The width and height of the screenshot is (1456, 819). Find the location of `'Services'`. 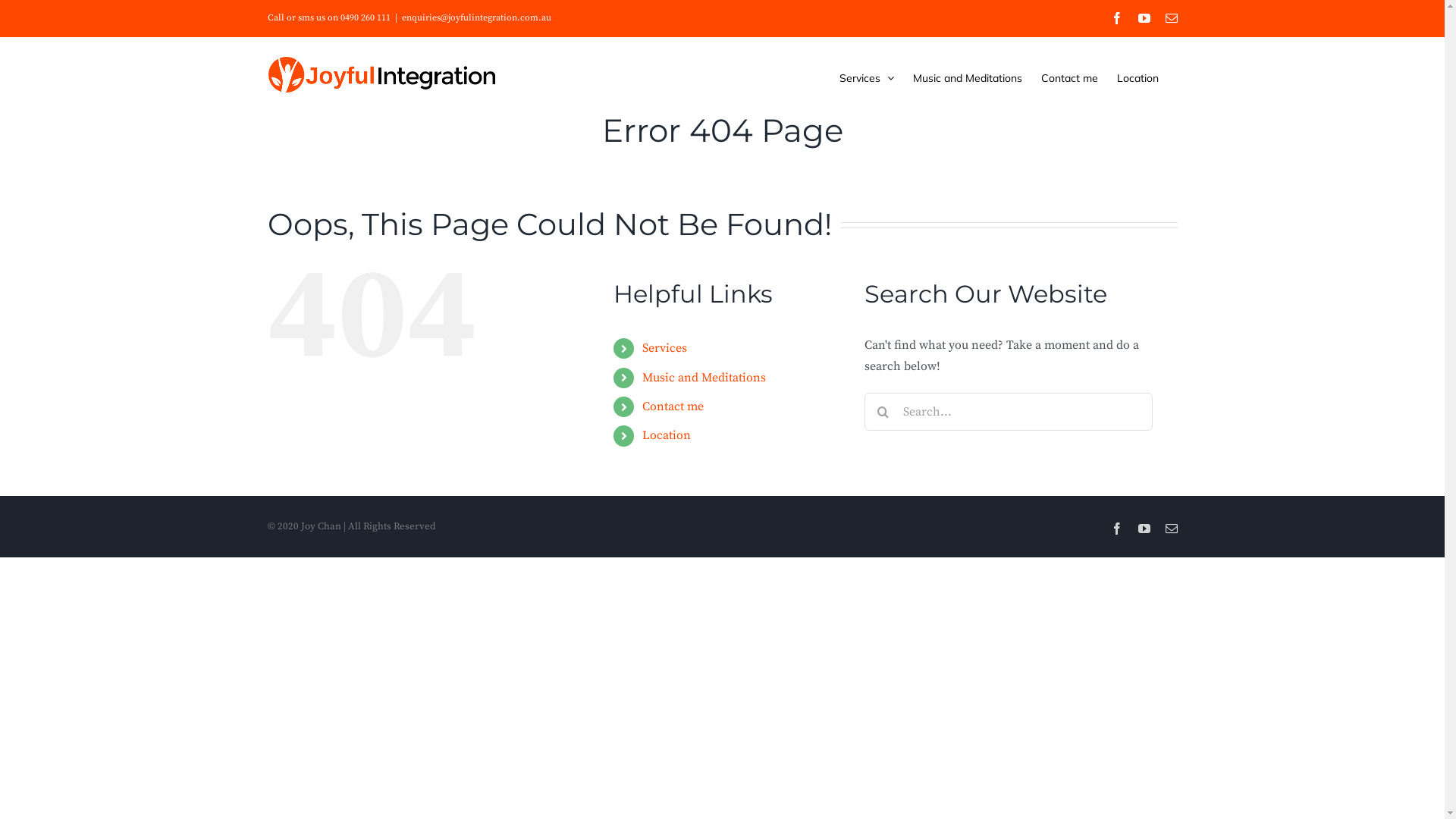

'Services' is located at coordinates (664, 348).